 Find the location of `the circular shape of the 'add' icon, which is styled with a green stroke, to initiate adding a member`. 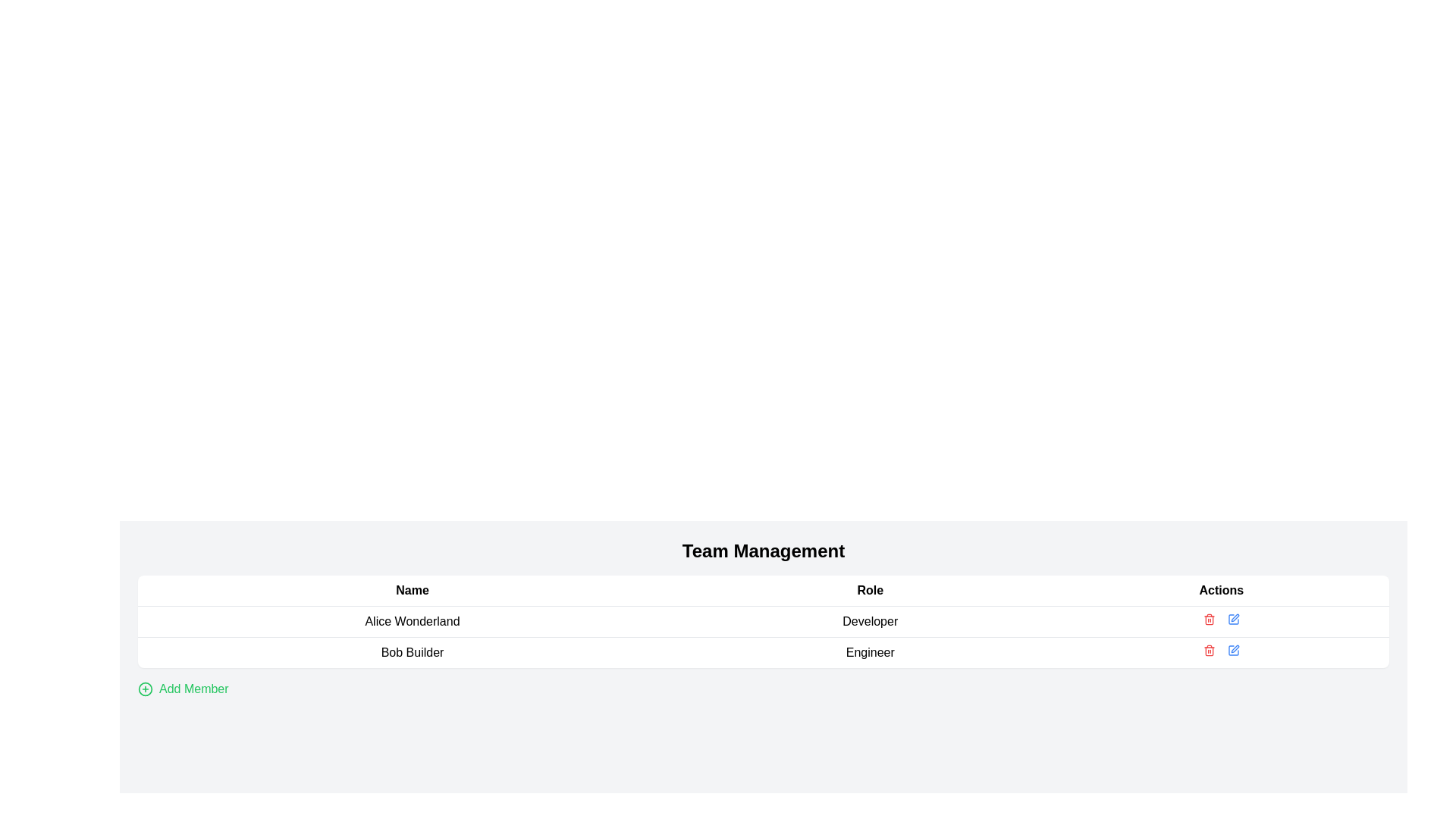

the circular shape of the 'add' icon, which is styled with a green stroke, to initiate adding a member is located at coordinates (146, 689).